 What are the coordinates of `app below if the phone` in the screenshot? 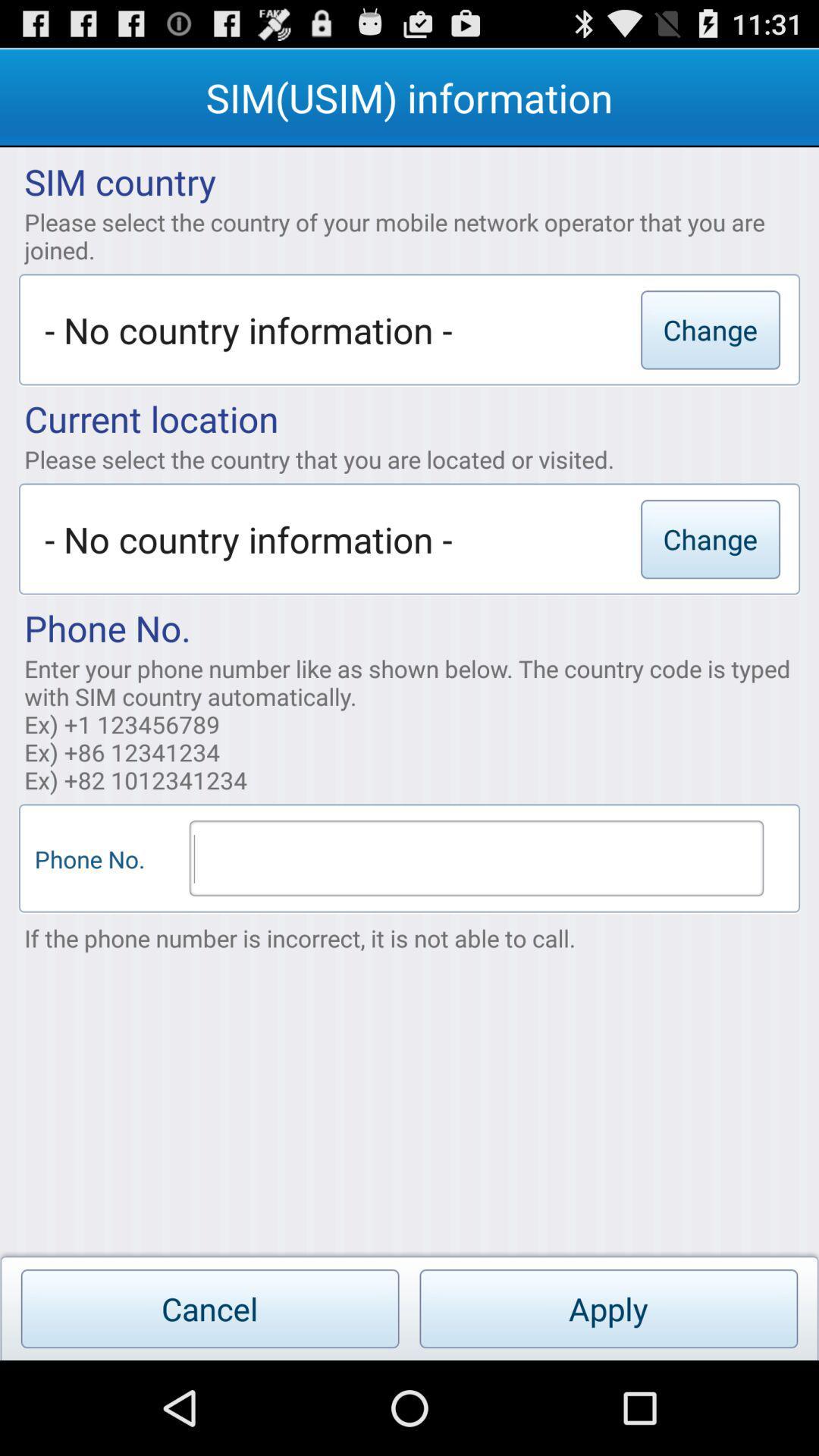 It's located at (607, 1308).